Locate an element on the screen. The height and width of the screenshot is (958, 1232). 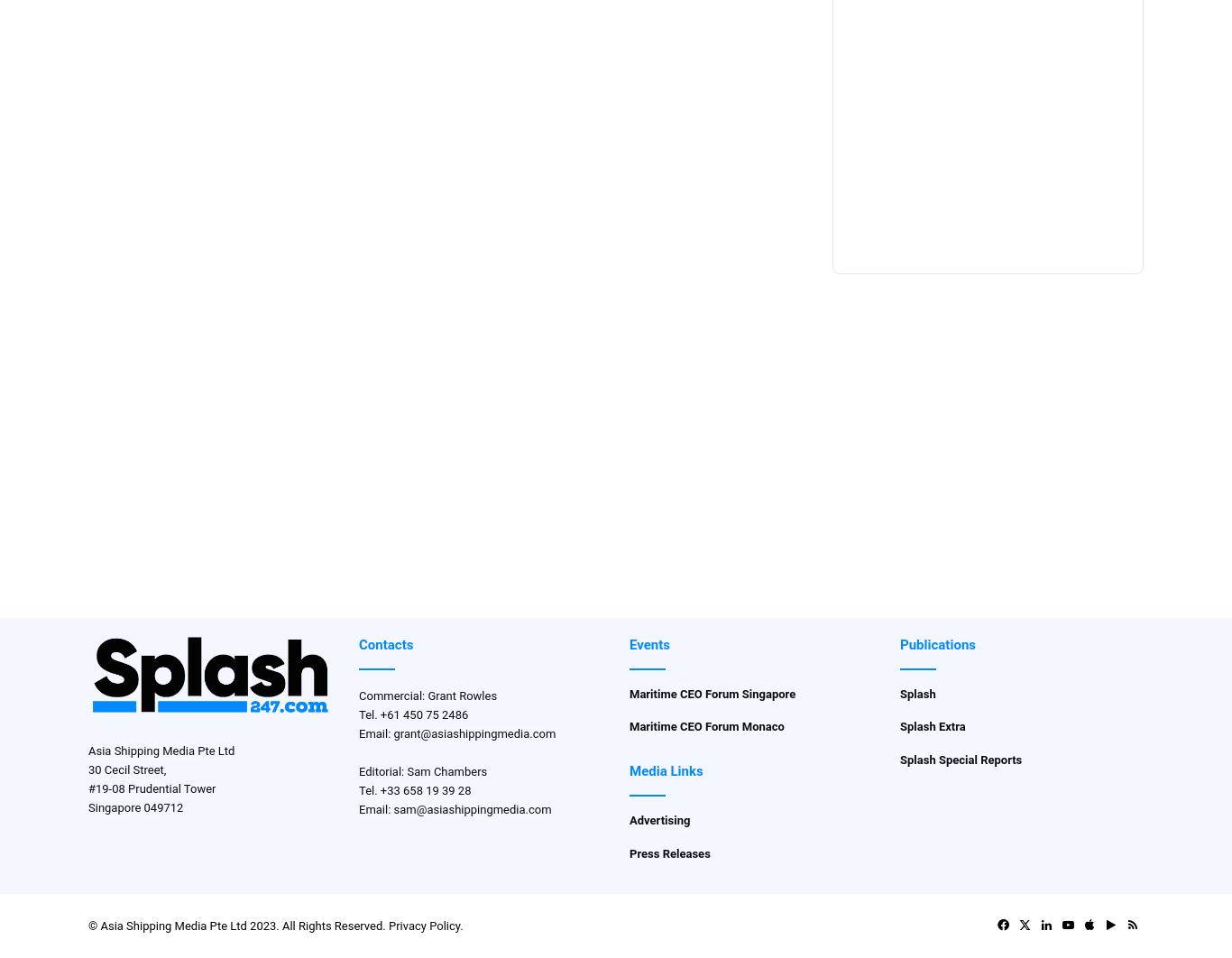
'Asia Shipping Media Pte Ltd' is located at coordinates (87, 749).